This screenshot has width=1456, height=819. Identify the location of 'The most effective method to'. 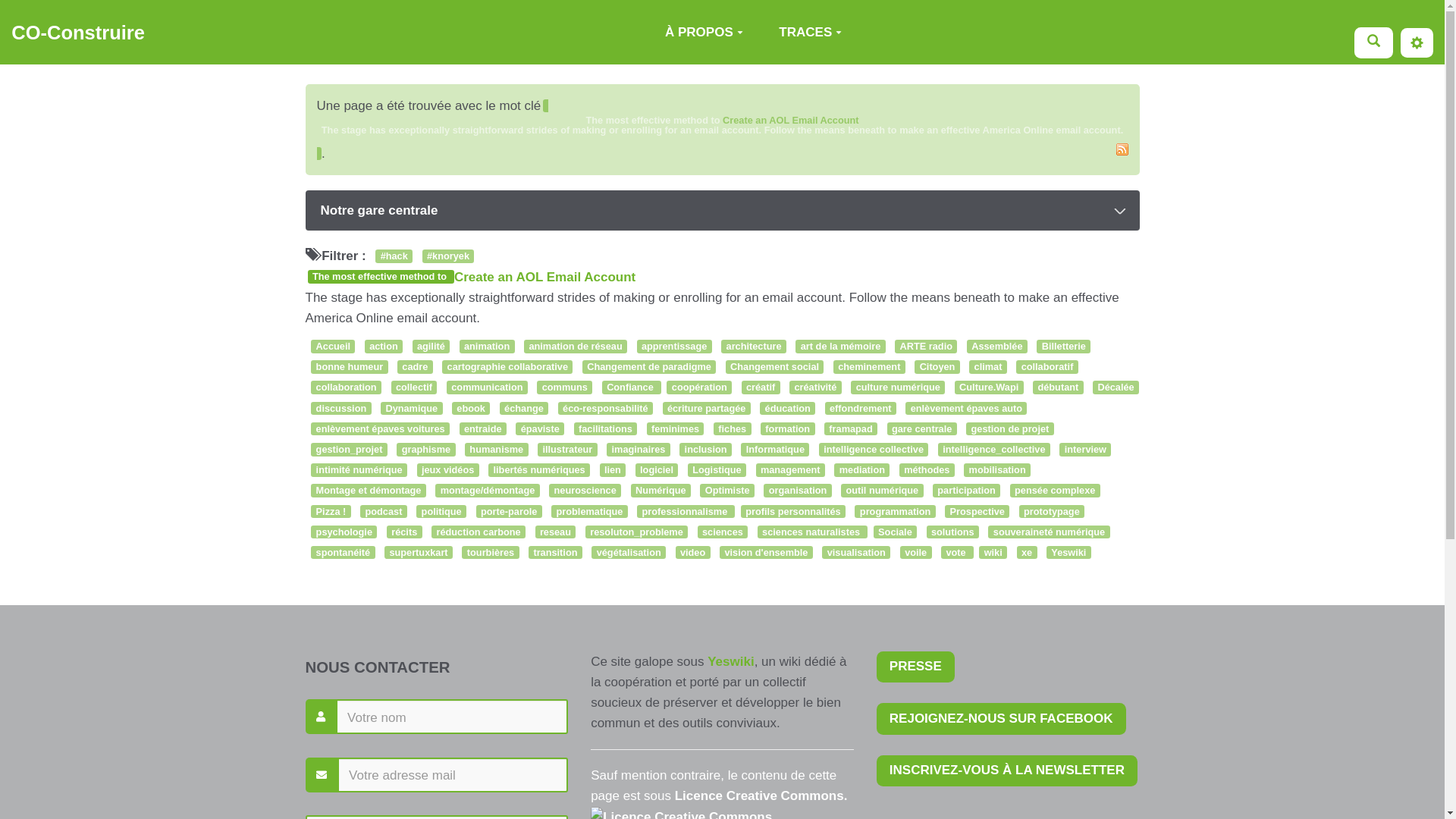
(381, 277).